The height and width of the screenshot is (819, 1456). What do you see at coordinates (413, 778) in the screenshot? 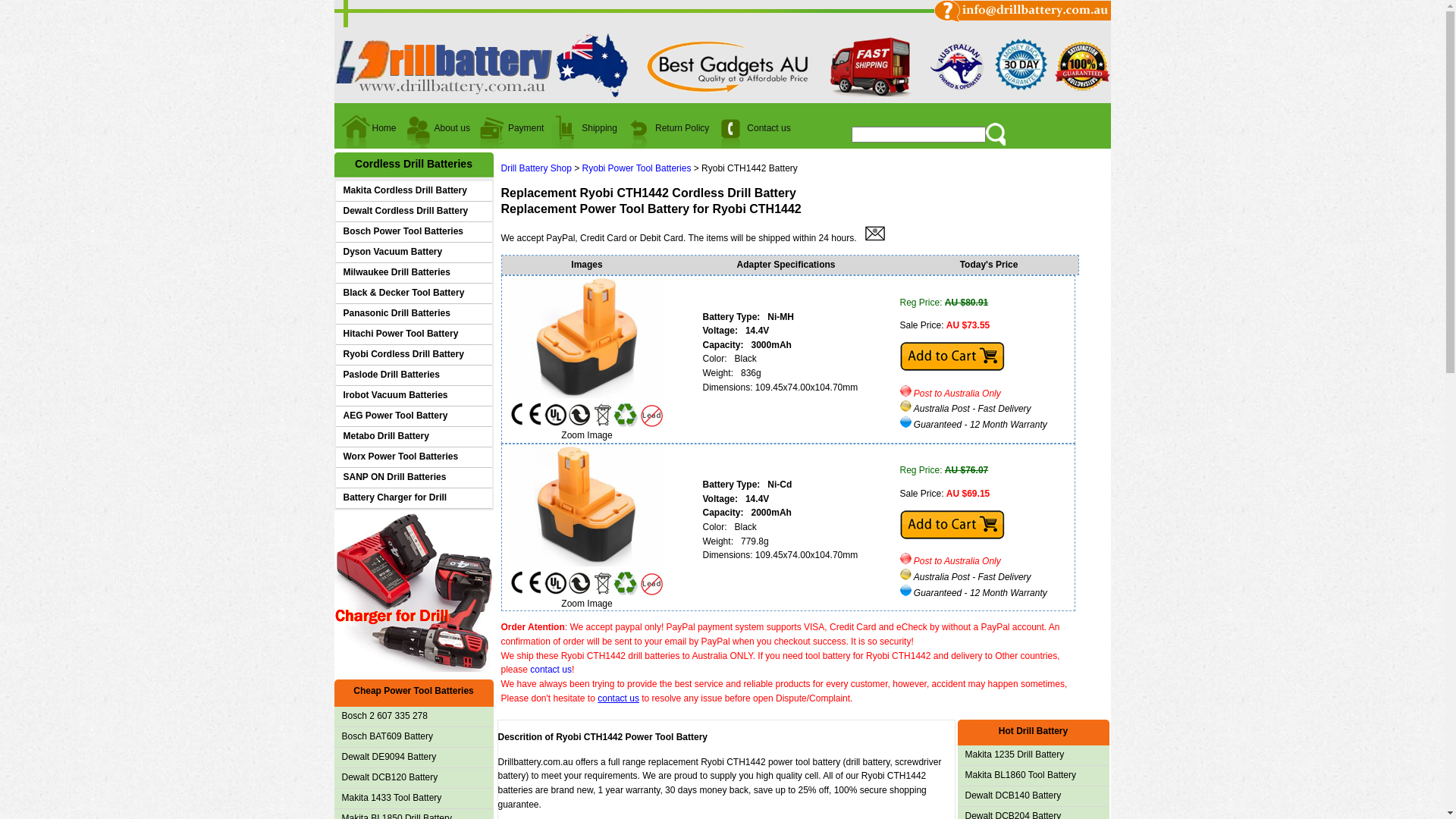
I see `'Dewalt DCB120 Battery'` at bounding box center [413, 778].